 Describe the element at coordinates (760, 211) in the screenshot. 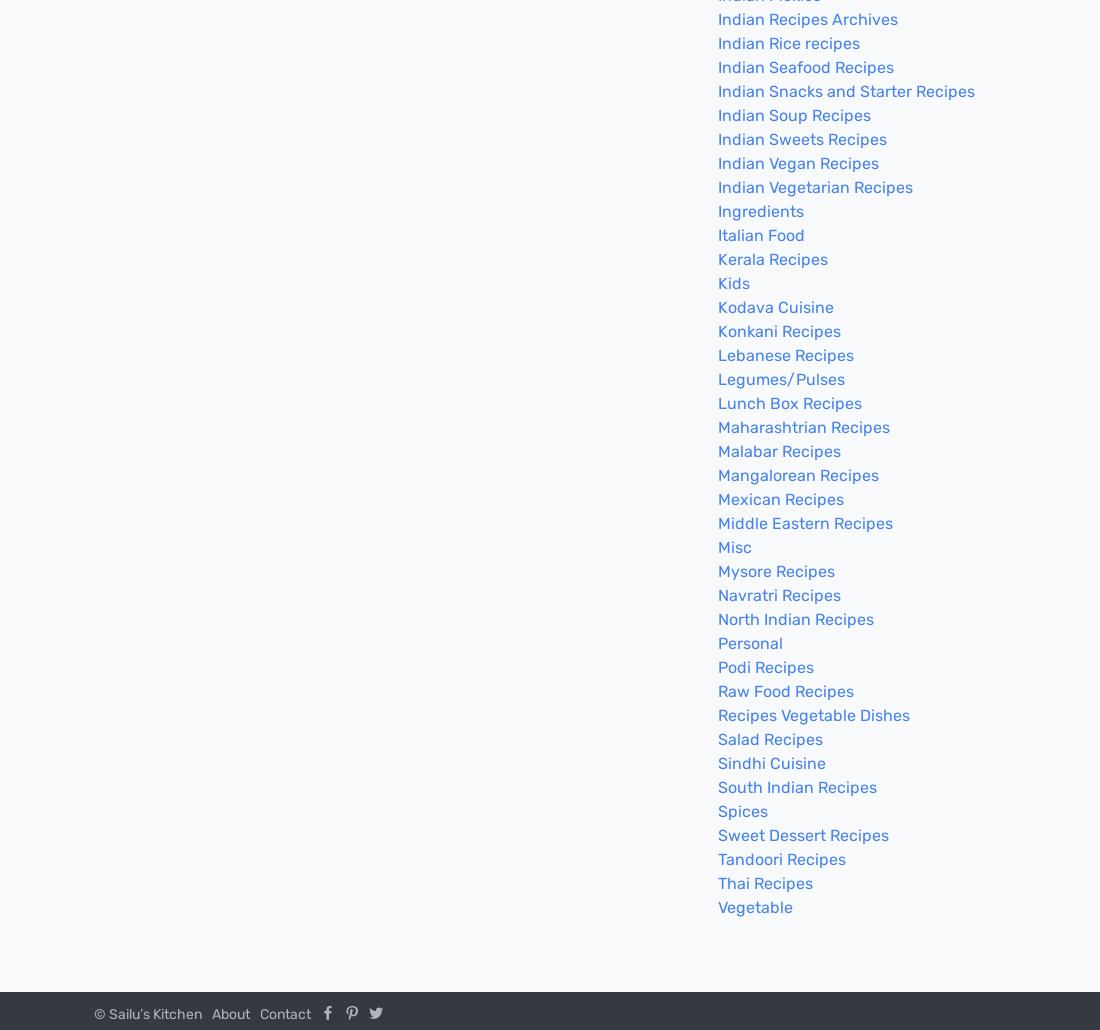

I see `'Ingredients'` at that location.